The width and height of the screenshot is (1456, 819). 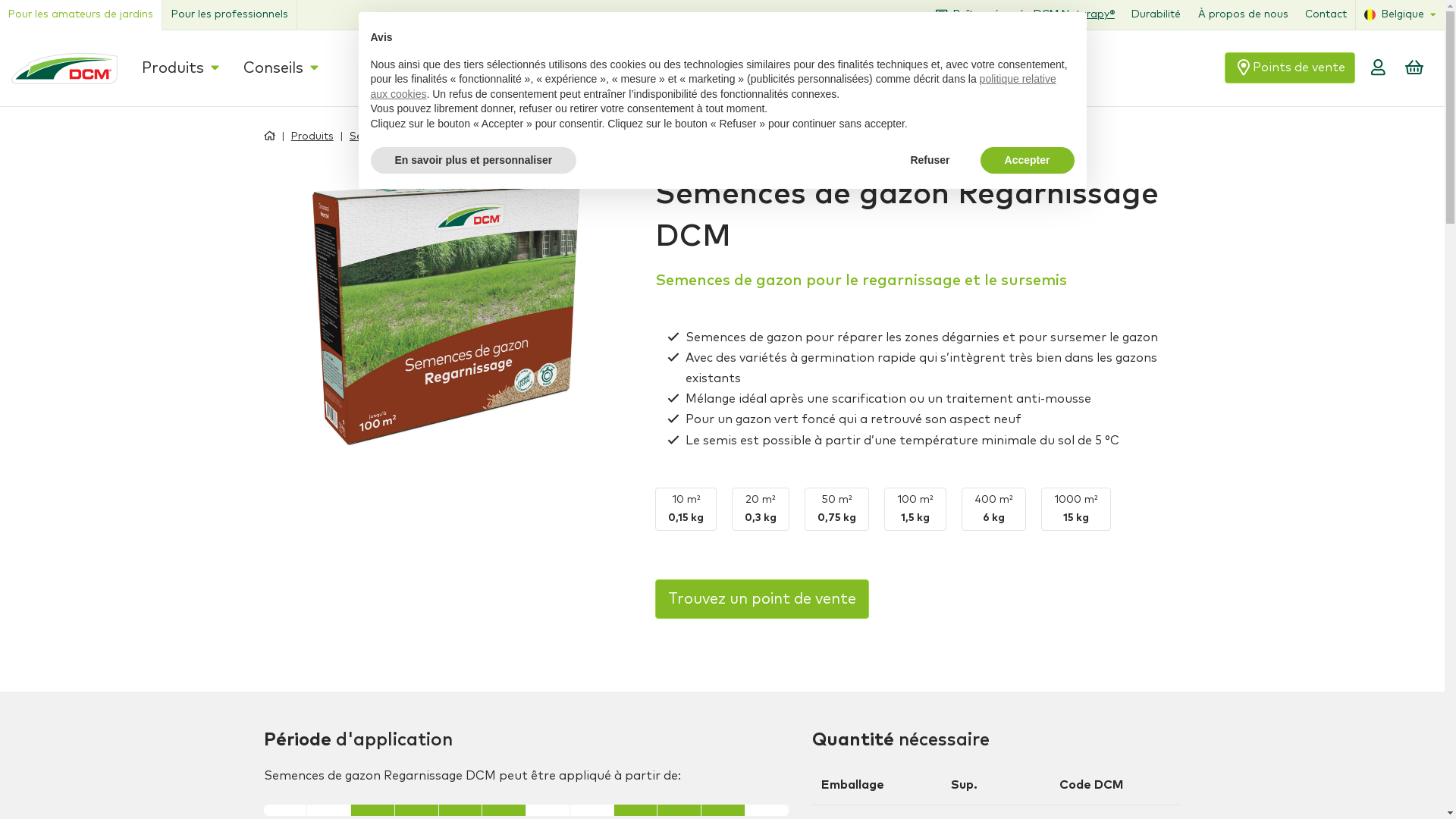 What do you see at coordinates (262, 67) in the screenshot?
I see `'Conseils'` at bounding box center [262, 67].